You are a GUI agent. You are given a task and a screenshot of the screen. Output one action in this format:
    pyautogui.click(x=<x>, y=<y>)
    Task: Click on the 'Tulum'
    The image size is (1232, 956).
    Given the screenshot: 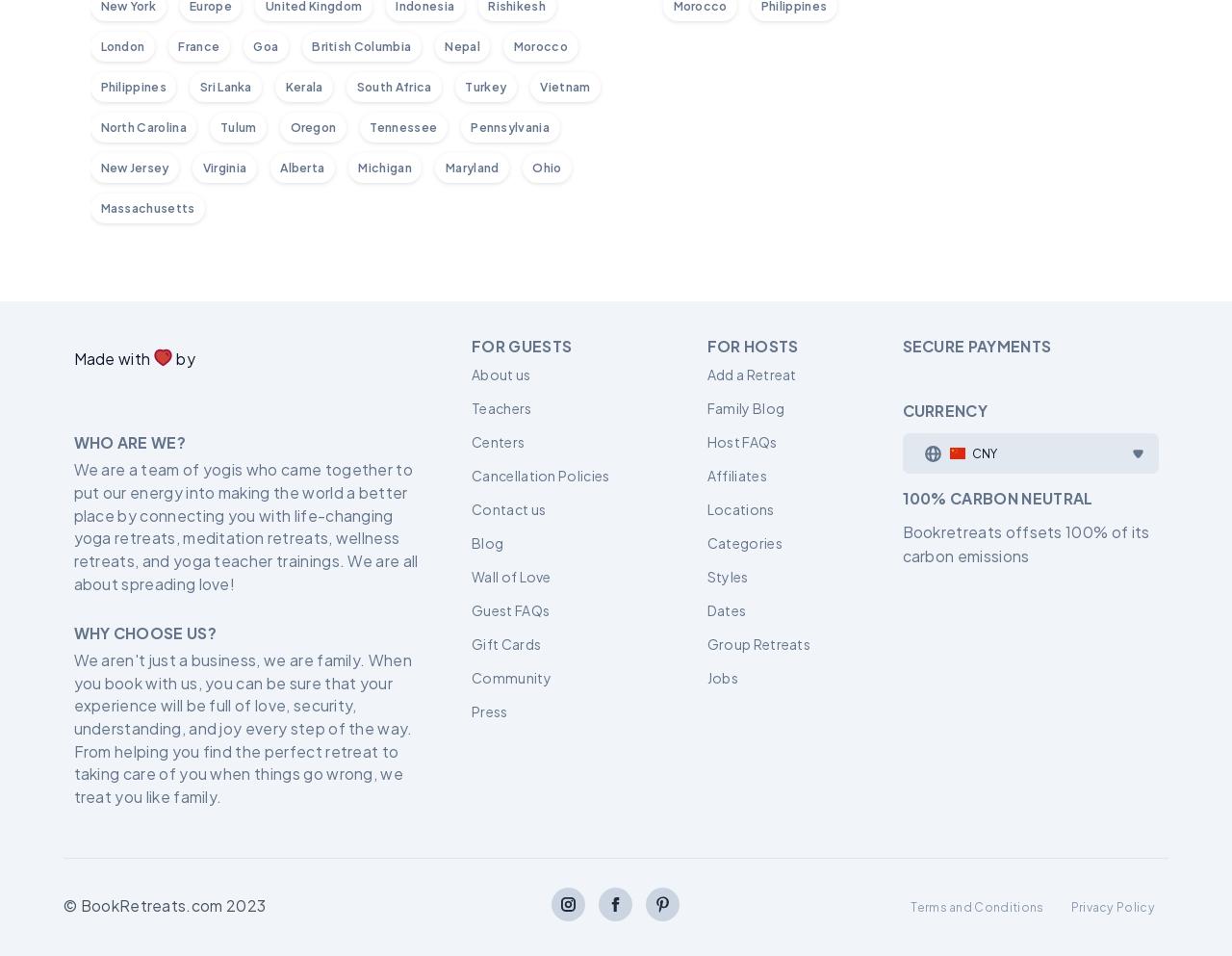 What is the action you would take?
    pyautogui.click(x=237, y=125)
    